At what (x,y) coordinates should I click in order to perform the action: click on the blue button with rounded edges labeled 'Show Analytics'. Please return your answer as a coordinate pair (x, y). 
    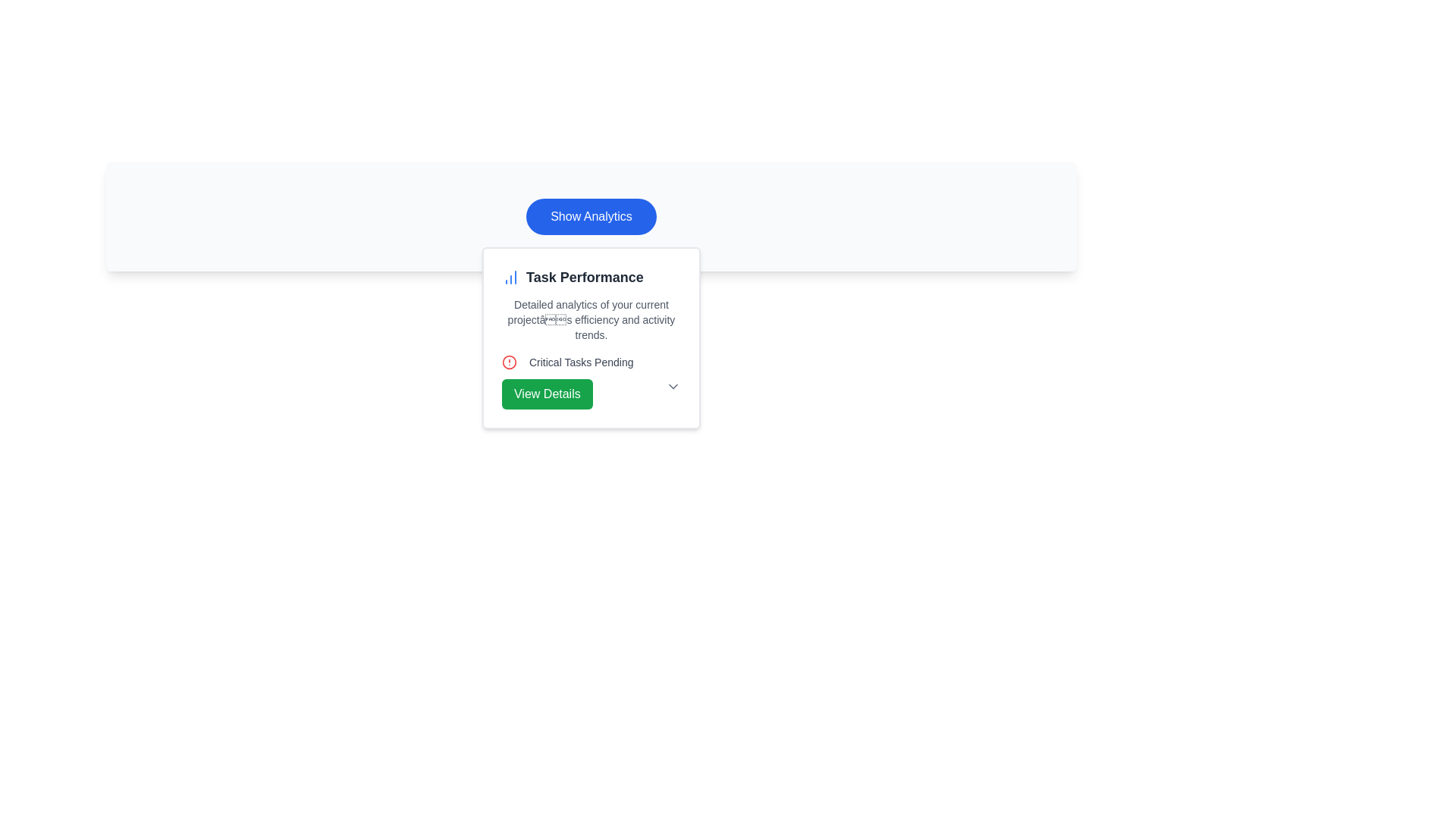
    Looking at the image, I should click on (590, 216).